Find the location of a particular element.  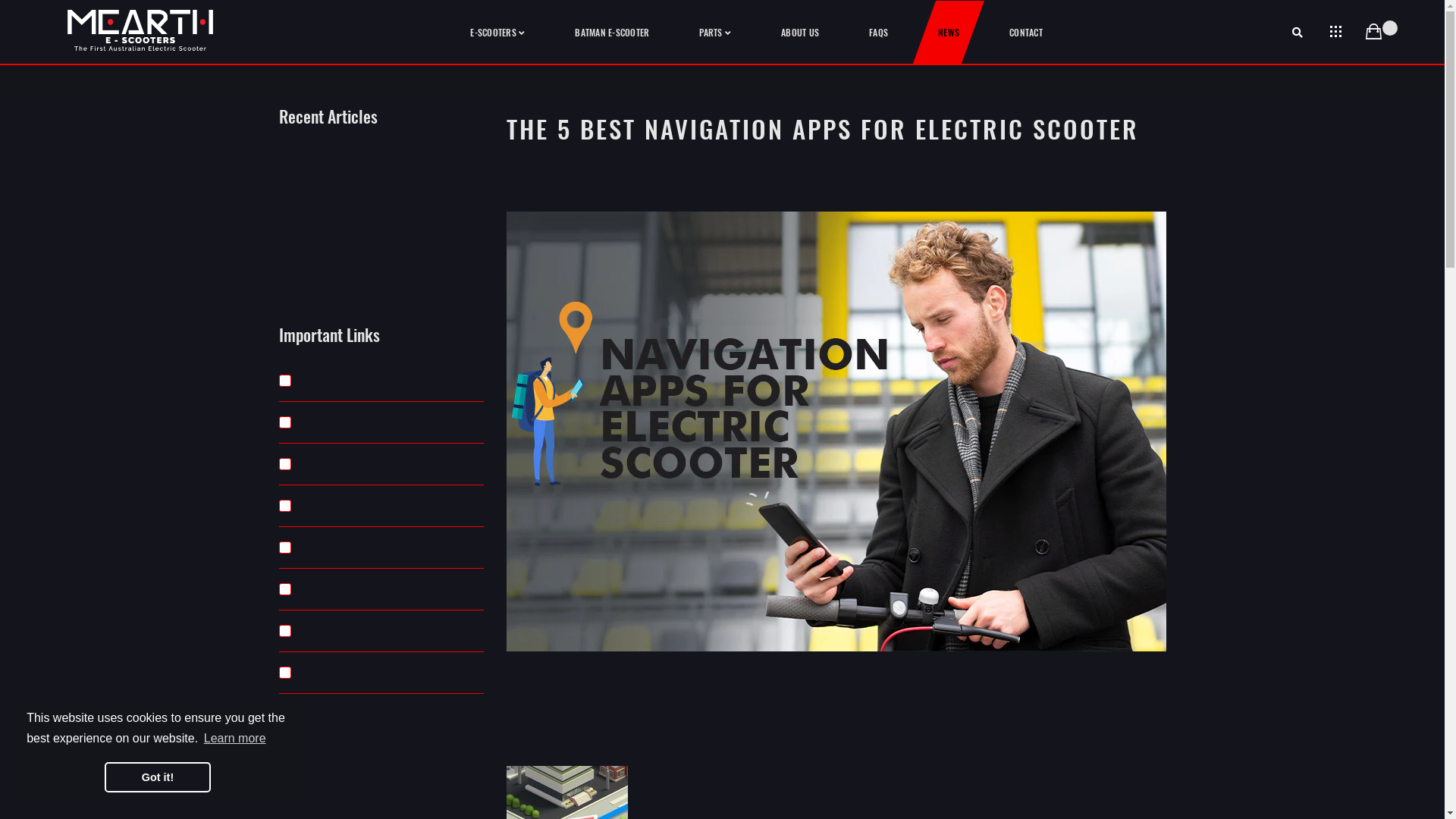

'0' is located at coordinates (1373, 32).